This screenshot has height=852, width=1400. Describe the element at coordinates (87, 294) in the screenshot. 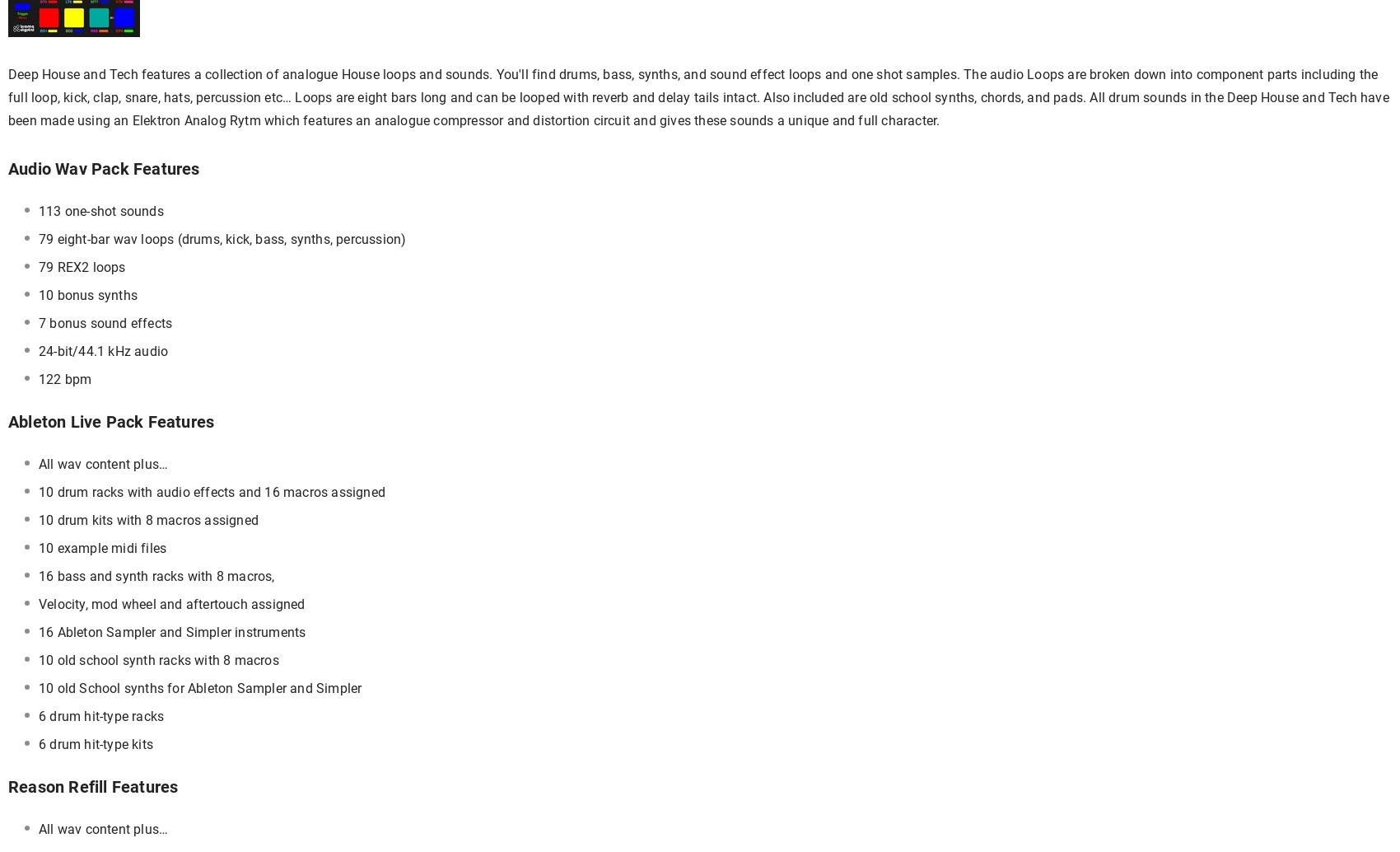

I see `'10 bonus synths'` at that location.